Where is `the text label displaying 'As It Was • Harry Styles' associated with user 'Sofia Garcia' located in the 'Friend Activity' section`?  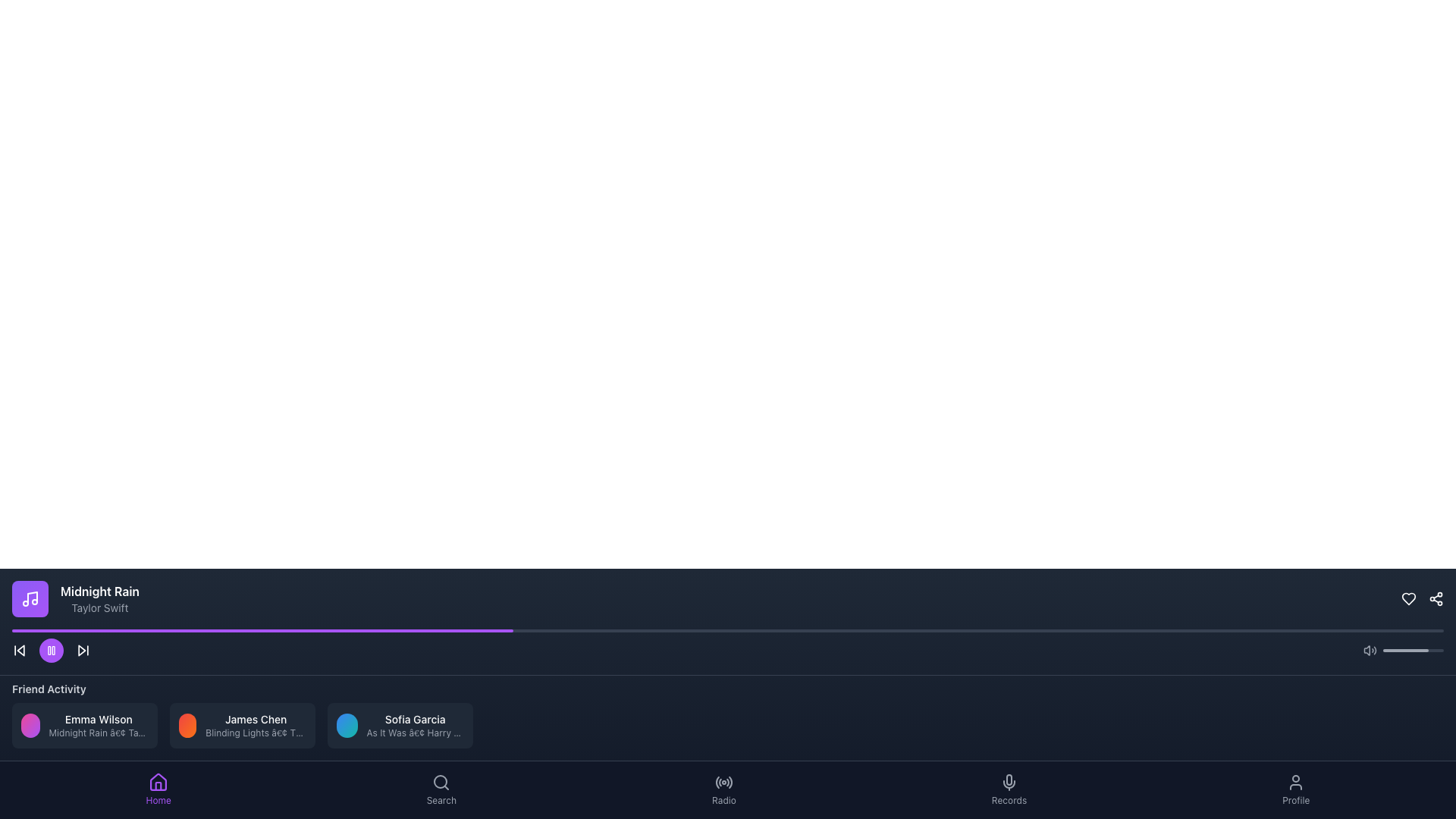
the text label displaying 'As It Was • Harry Styles' associated with user 'Sofia Garcia' located in the 'Friend Activity' section is located at coordinates (415, 733).